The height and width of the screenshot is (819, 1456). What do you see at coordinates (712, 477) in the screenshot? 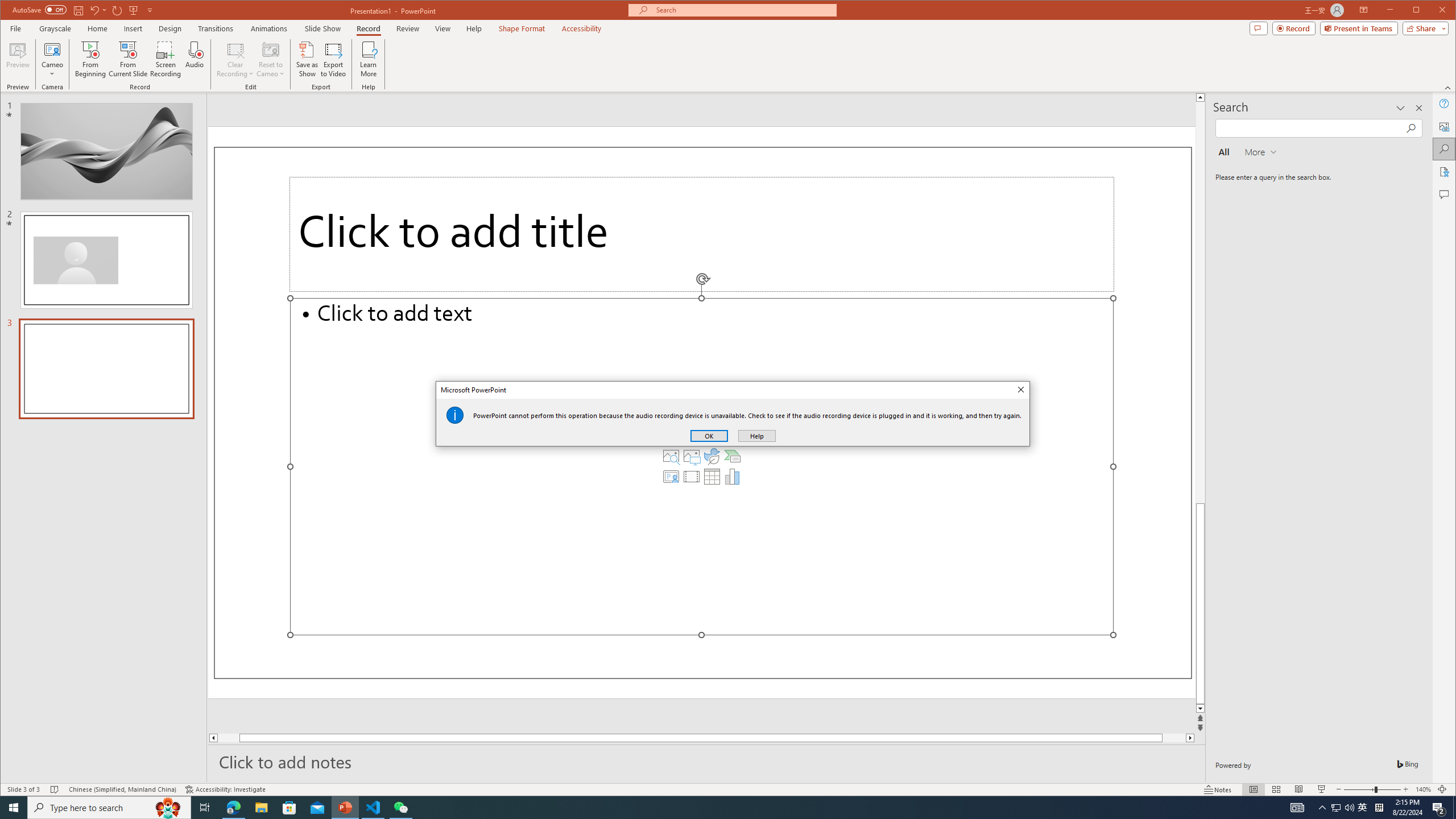
I see `'Insert Table'` at bounding box center [712, 477].